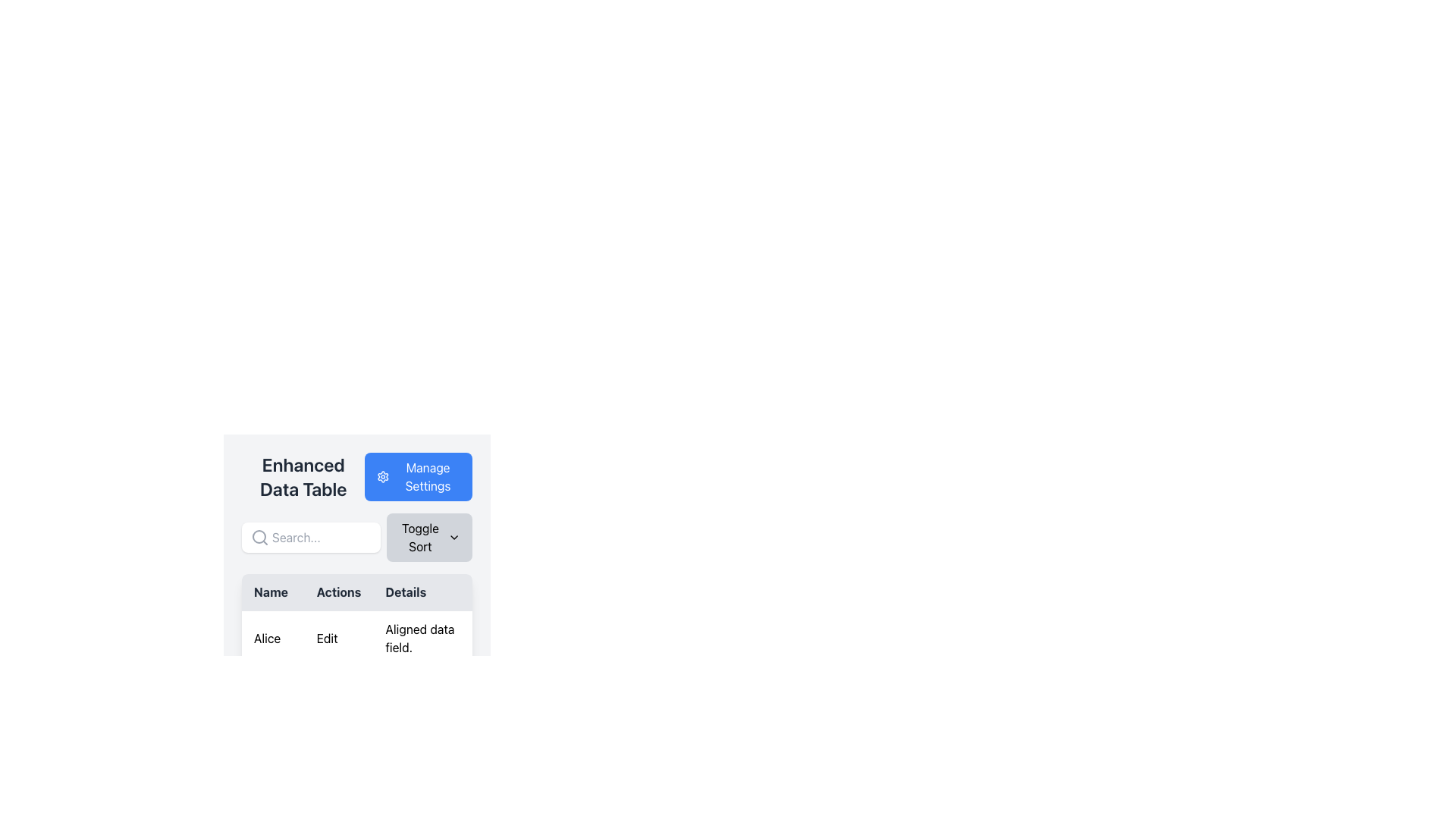  What do you see at coordinates (383, 475) in the screenshot?
I see `the settings icon, which is a flower-like shape with a blue background and white outline, located to the left of 'Manage Settings' in the top-right corner of the 'Enhanced Data Table' UI card` at bounding box center [383, 475].